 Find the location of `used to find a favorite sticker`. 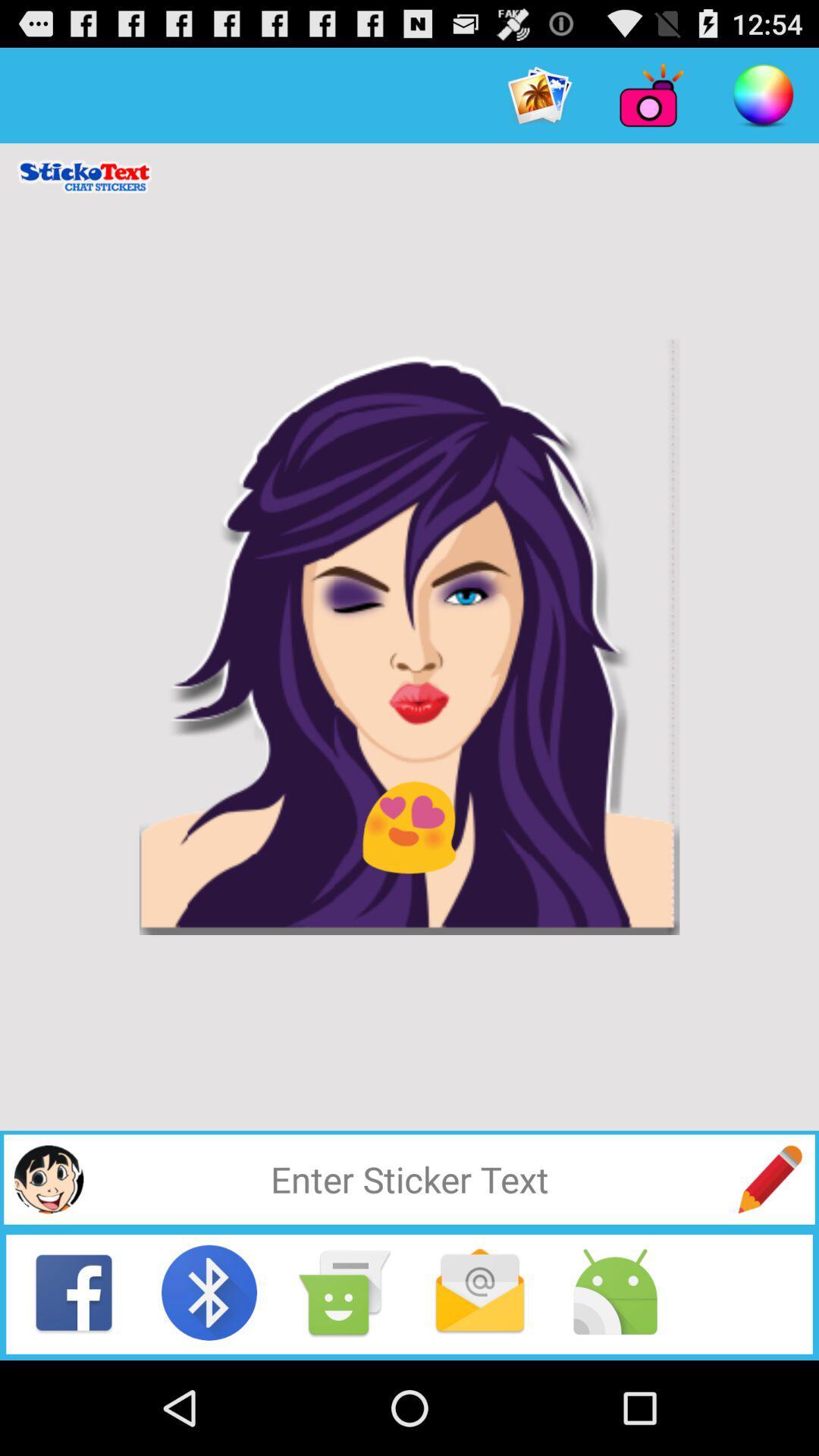

used to find a favorite sticker is located at coordinates (770, 1178).